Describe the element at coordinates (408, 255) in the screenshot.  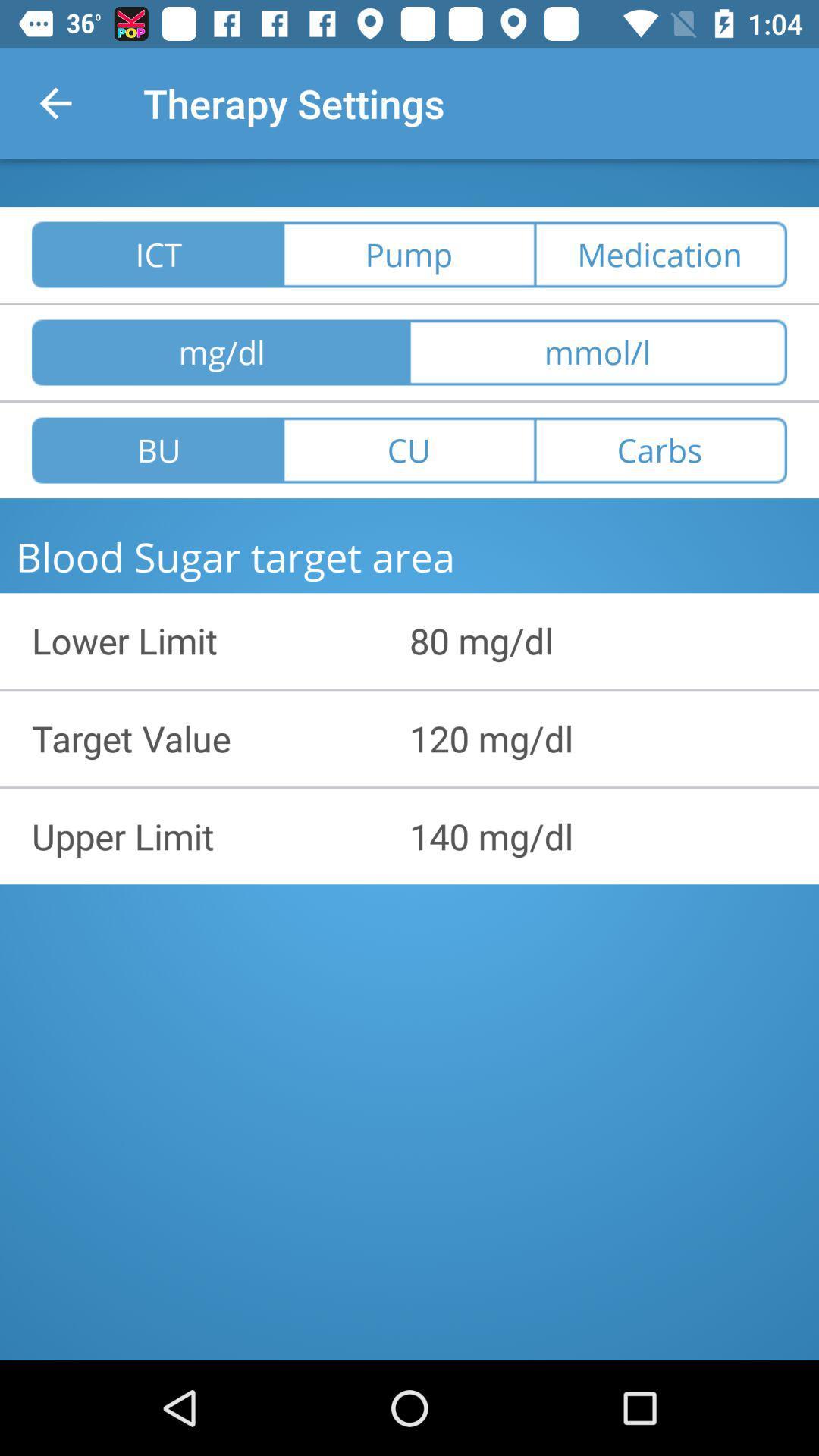
I see `the pump item` at that location.